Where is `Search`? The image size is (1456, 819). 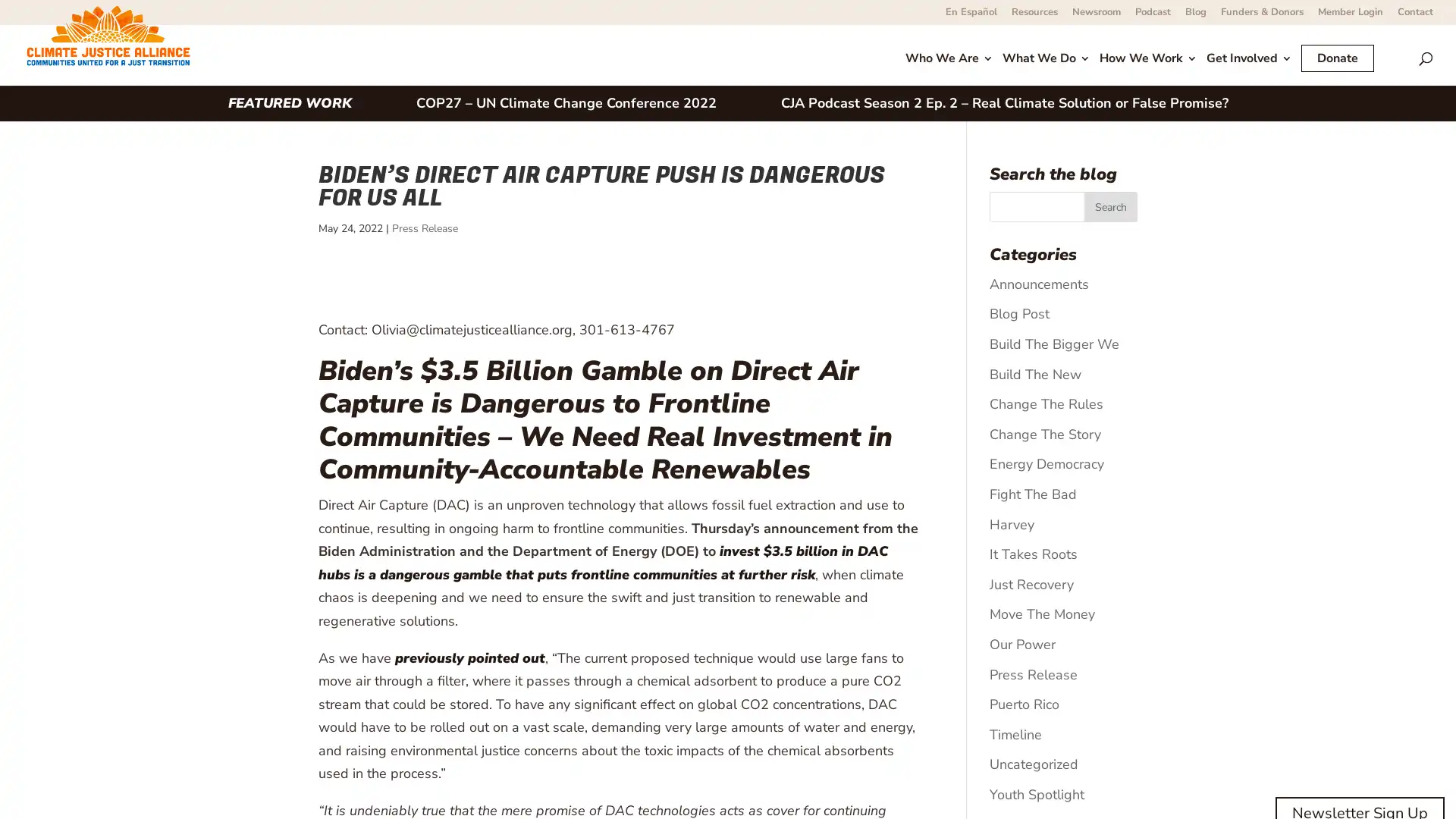 Search is located at coordinates (1110, 207).